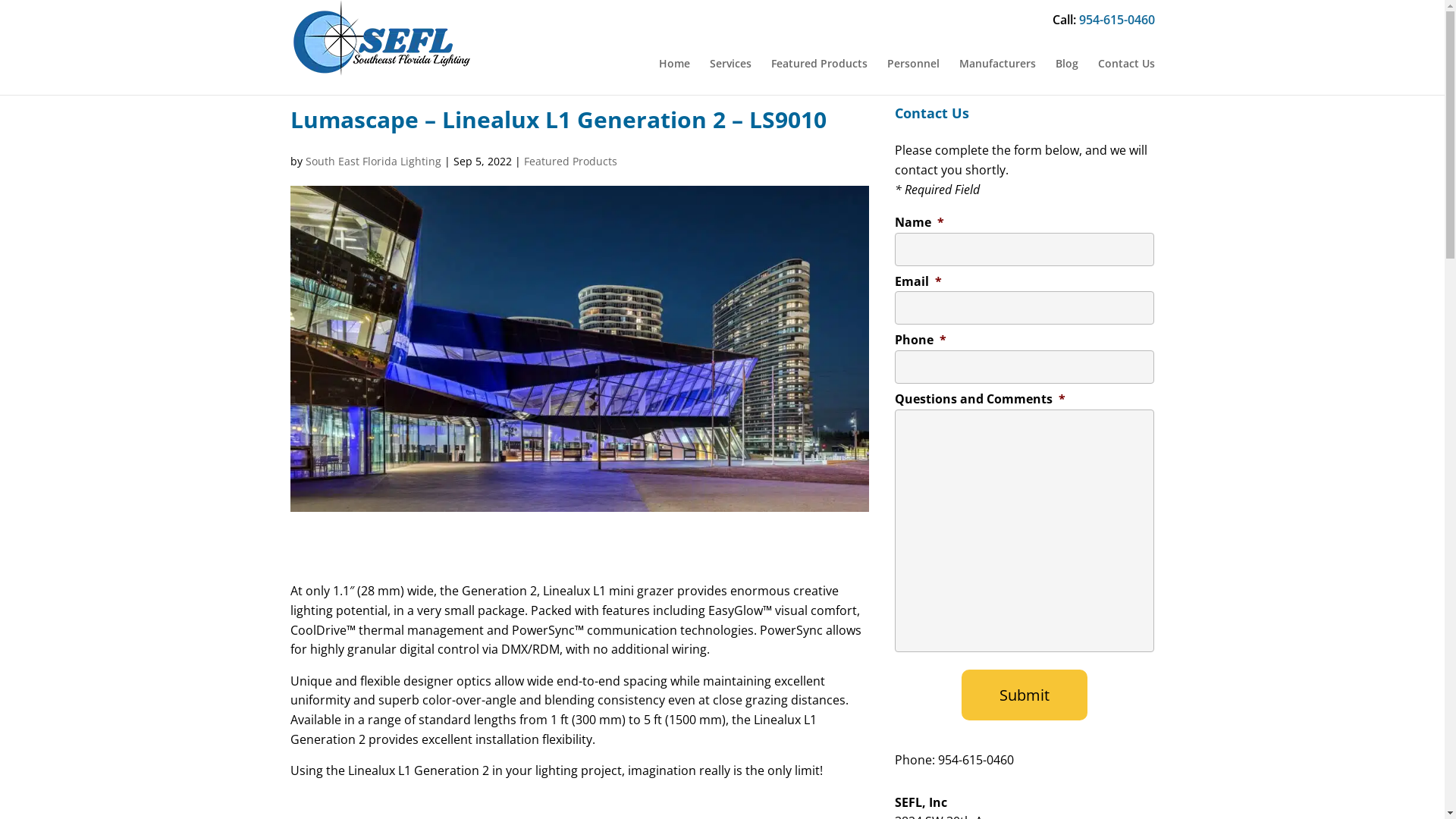 Image resolution: width=1456 pixels, height=819 pixels. What do you see at coordinates (1126, 63) in the screenshot?
I see `'Contact Us'` at bounding box center [1126, 63].